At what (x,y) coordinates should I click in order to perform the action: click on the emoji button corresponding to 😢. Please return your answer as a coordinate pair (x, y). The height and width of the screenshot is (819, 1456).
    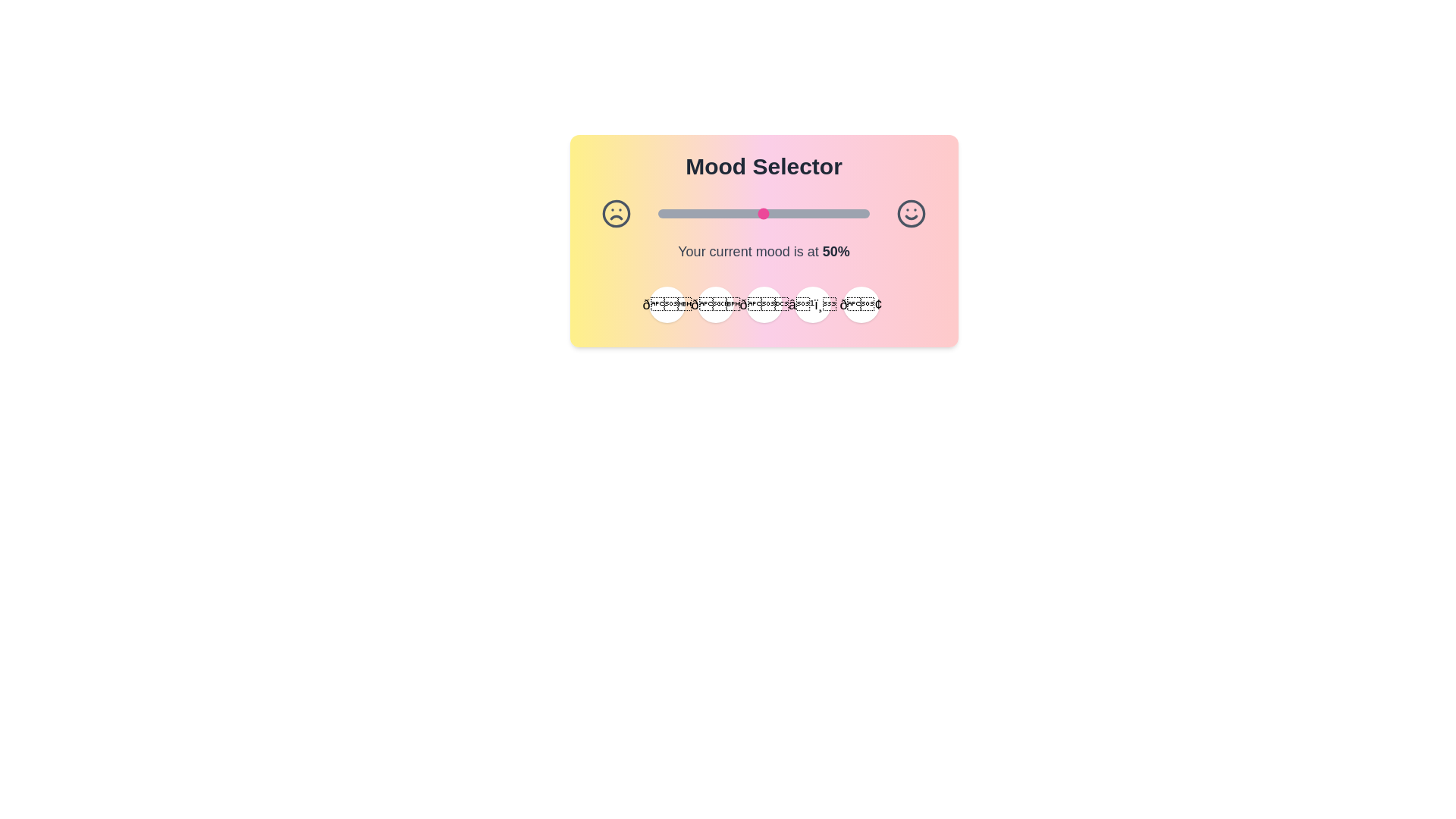
    Looking at the image, I should click on (861, 304).